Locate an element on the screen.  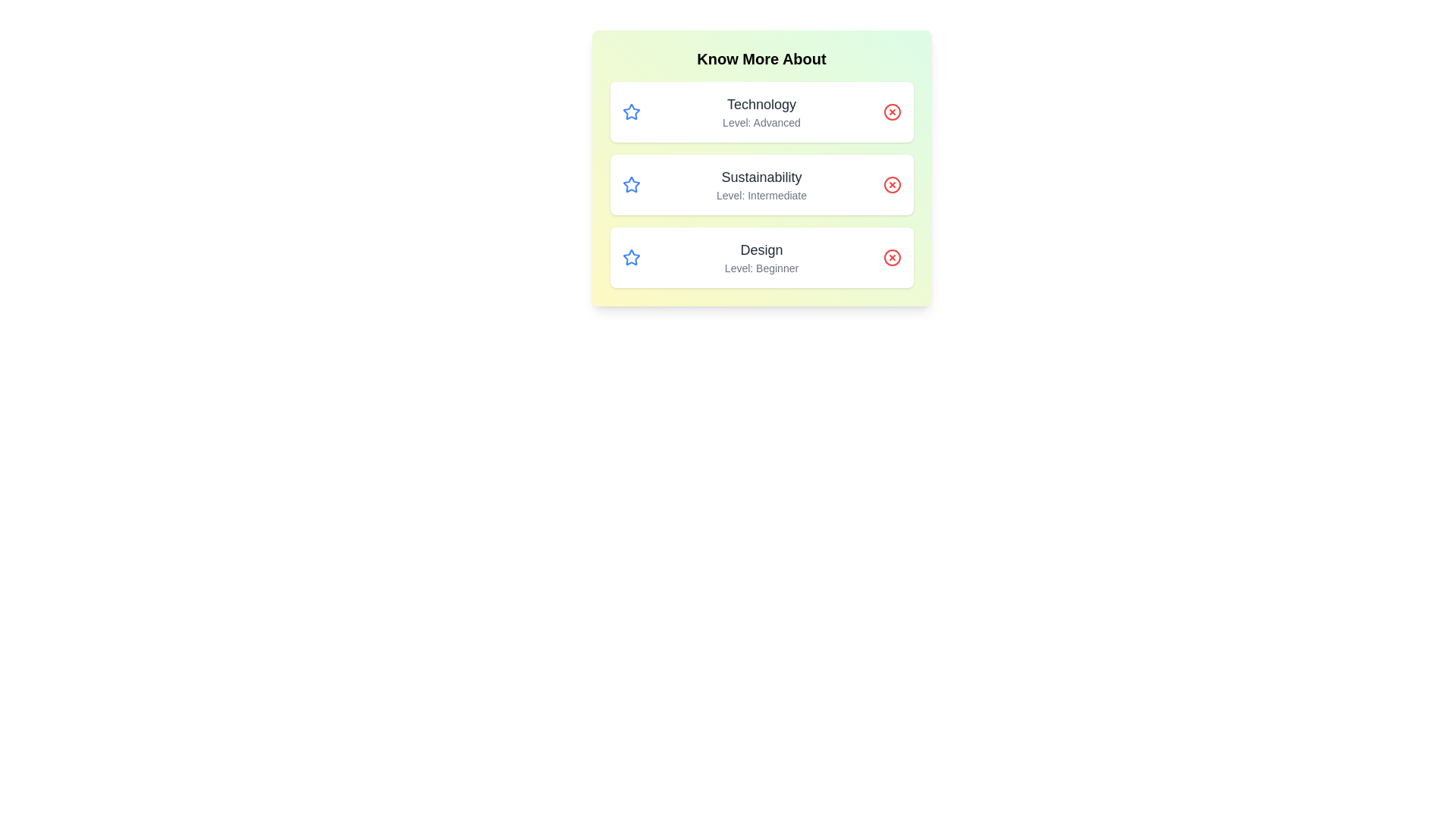
the 'X' button next to the topic Design to remove it from the list is located at coordinates (892, 256).